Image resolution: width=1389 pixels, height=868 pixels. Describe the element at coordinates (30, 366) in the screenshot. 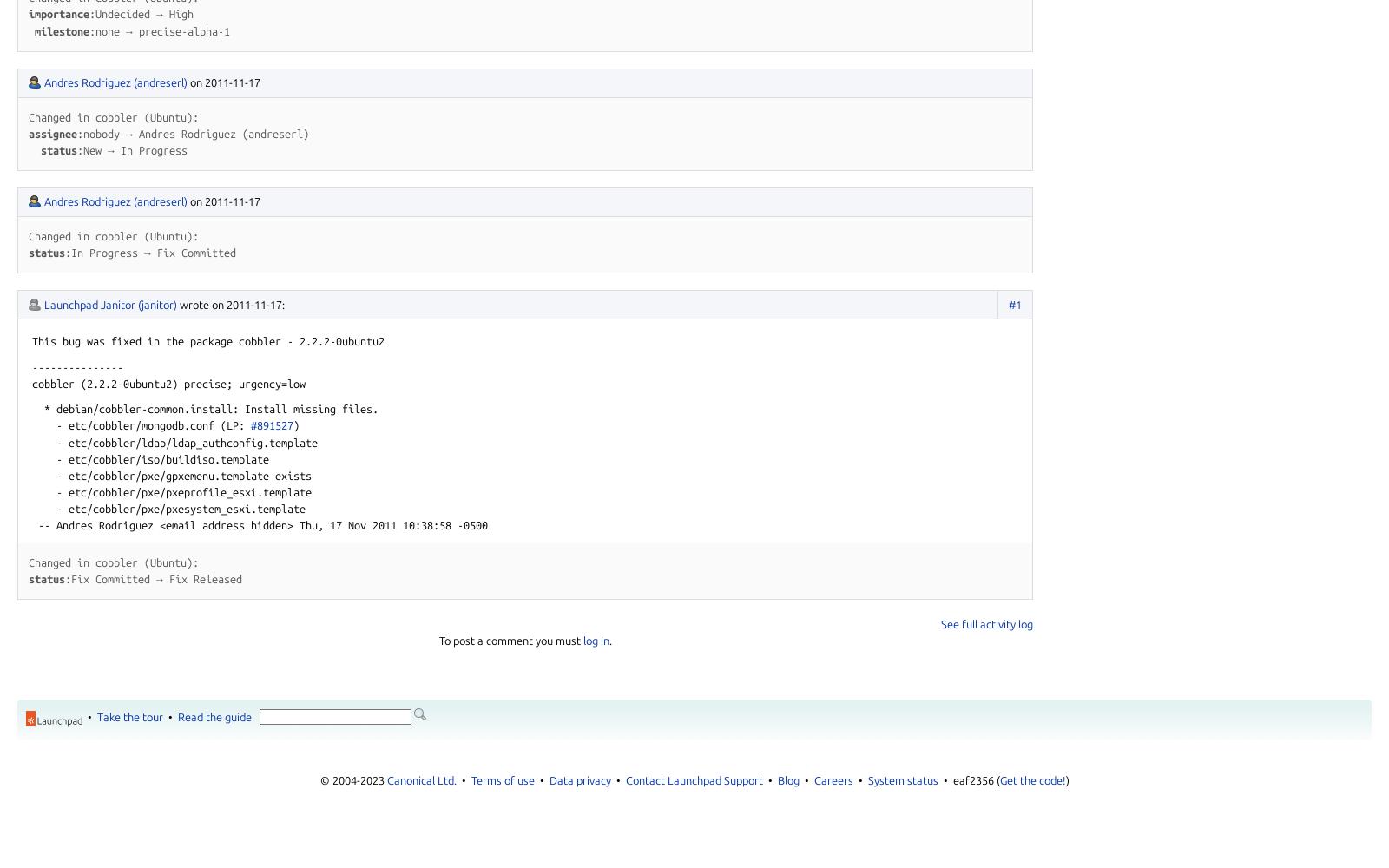

I see `'---------------'` at that location.